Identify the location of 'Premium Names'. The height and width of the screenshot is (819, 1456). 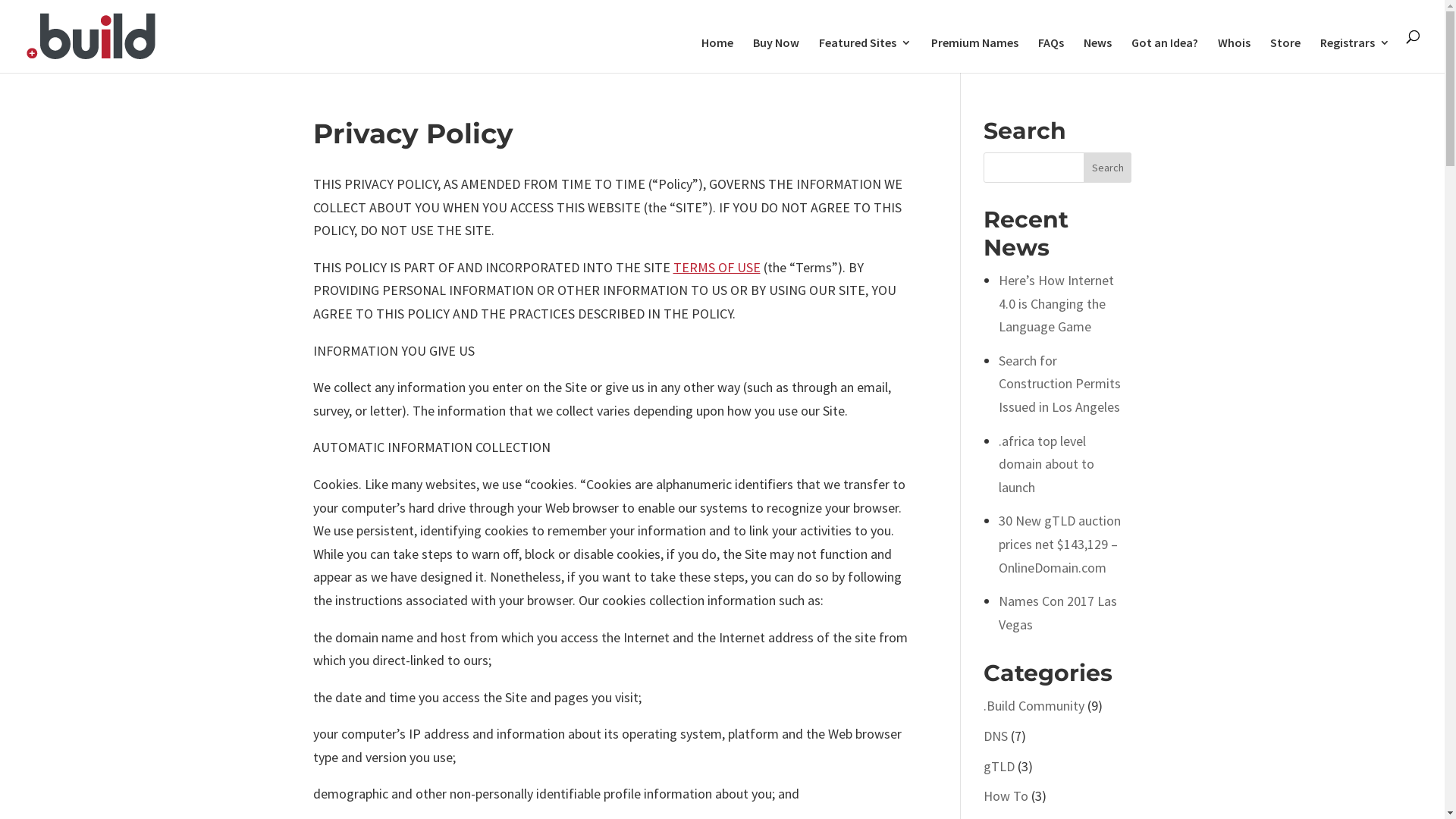
(930, 54).